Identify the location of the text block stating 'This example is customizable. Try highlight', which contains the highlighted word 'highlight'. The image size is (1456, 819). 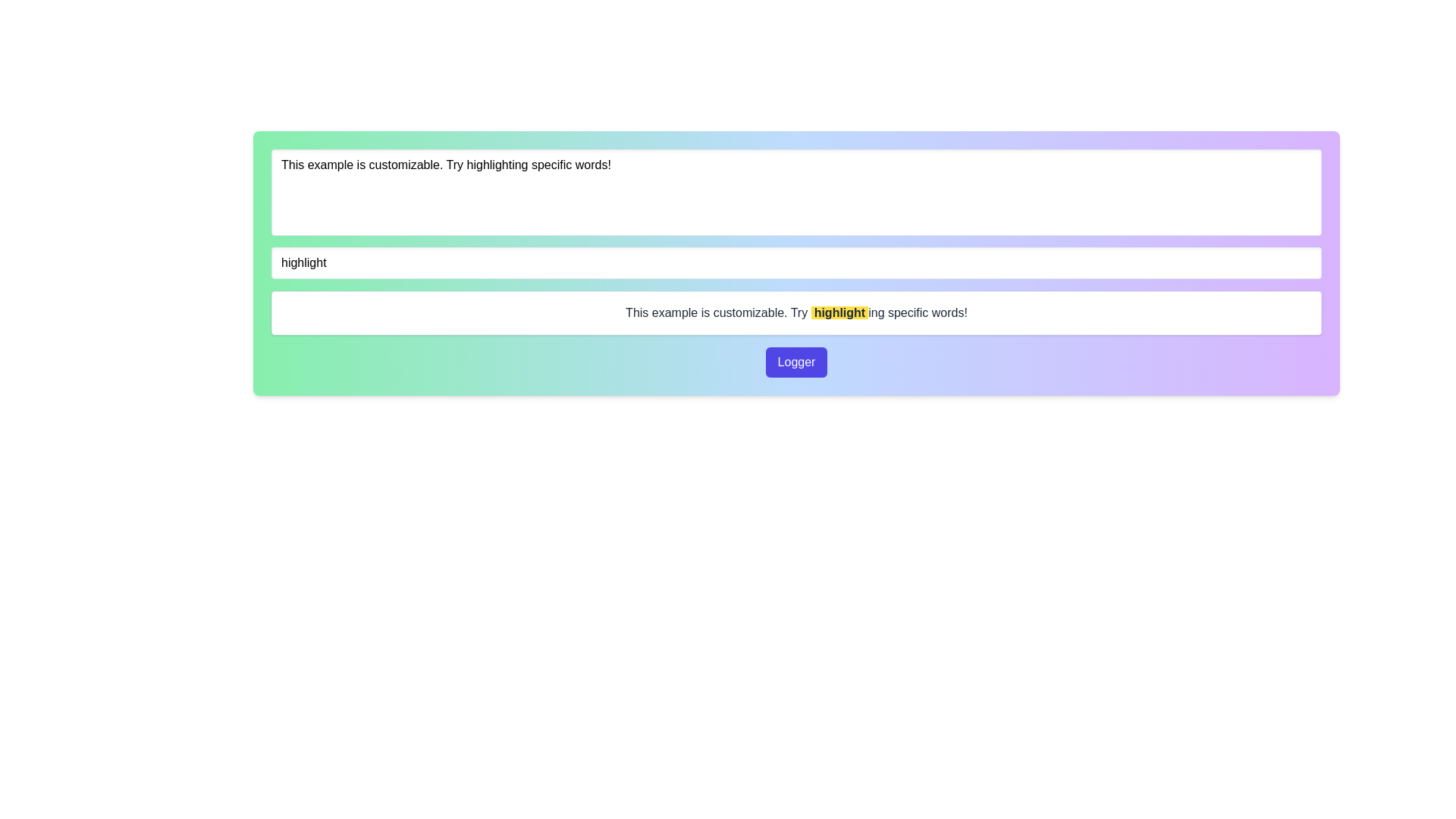
(747, 312).